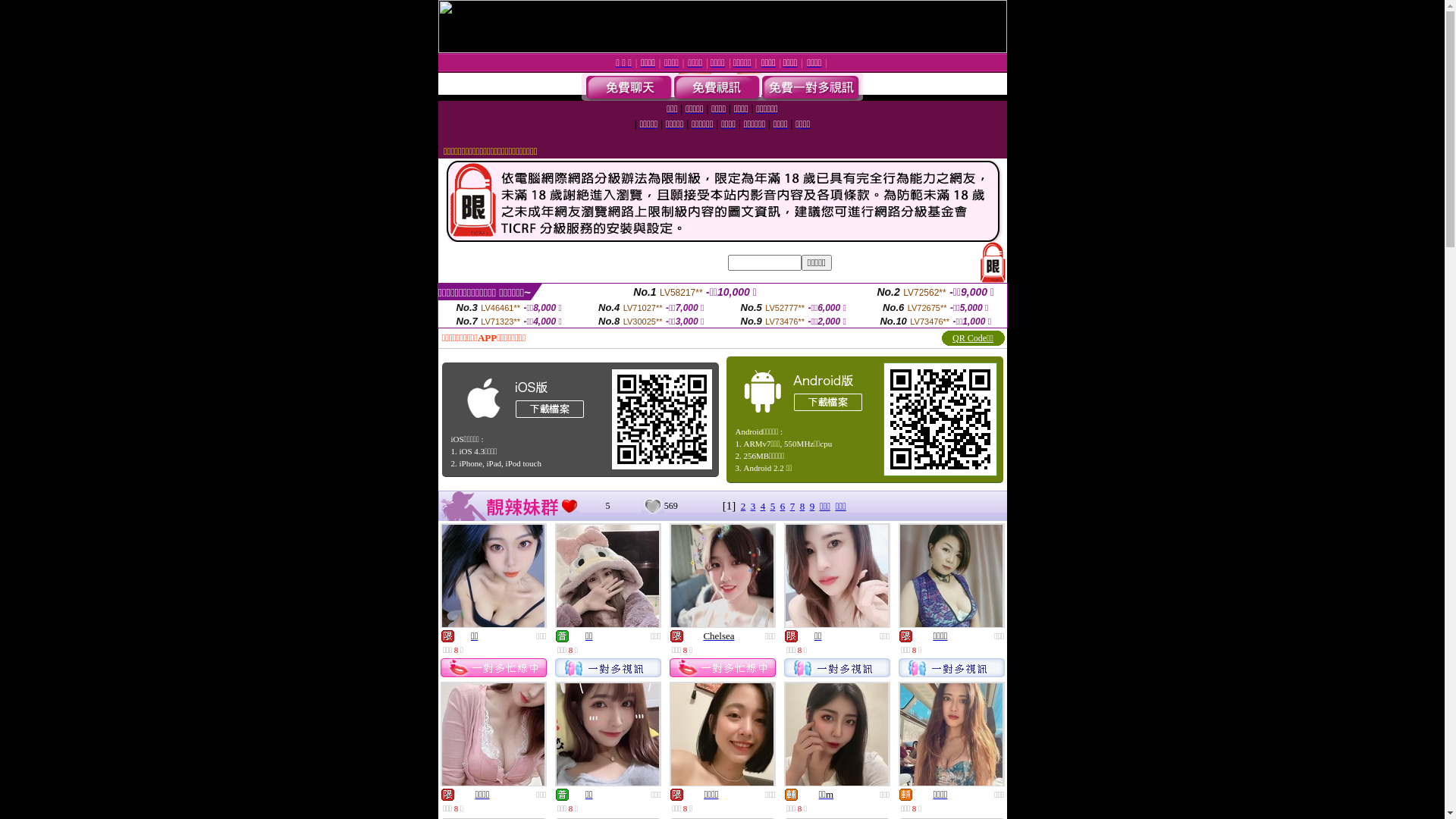 This screenshot has height=819, width=1456. I want to click on '7', so click(792, 506).